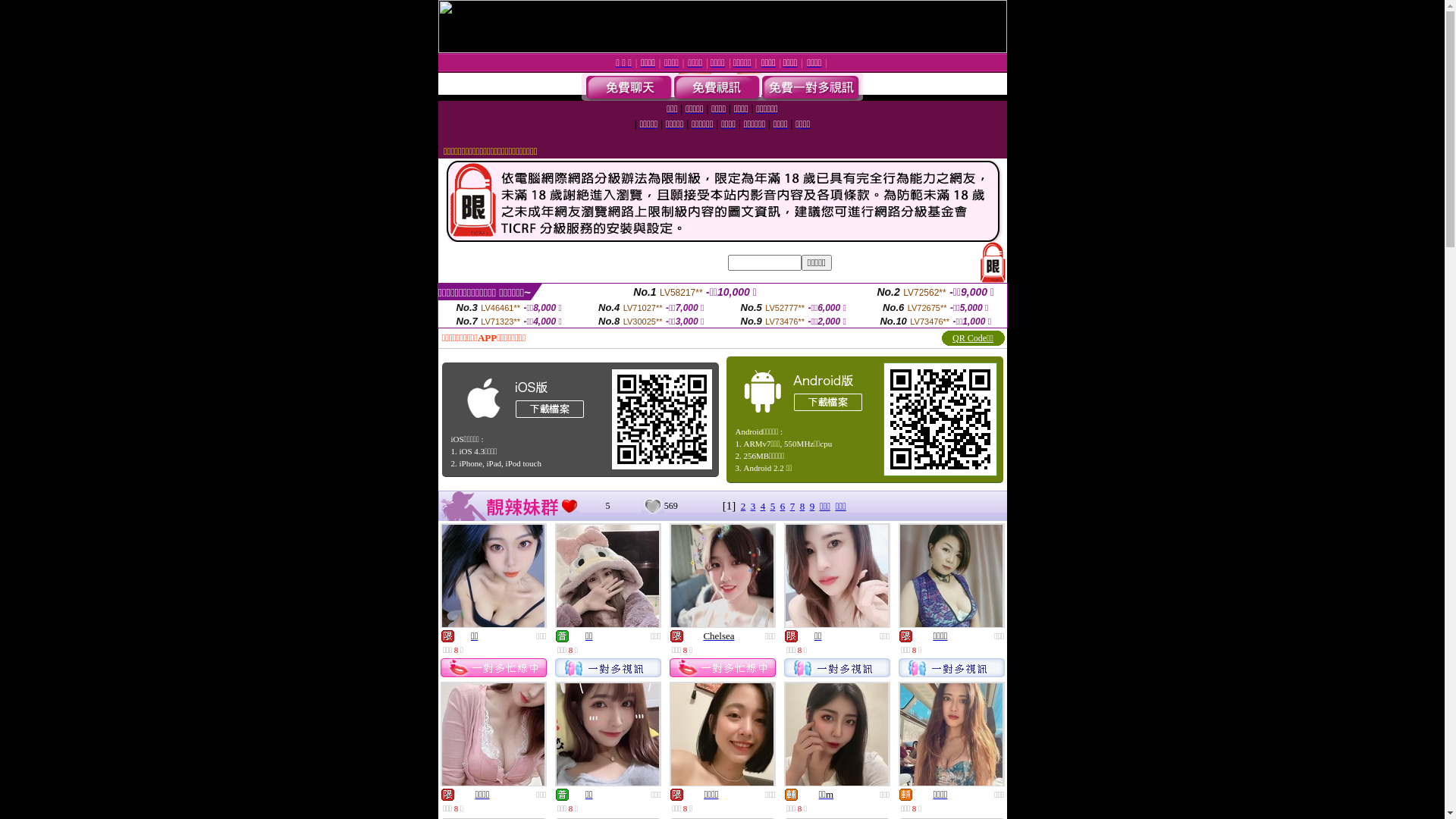 This screenshot has height=819, width=1456. I want to click on '7', so click(792, 506).